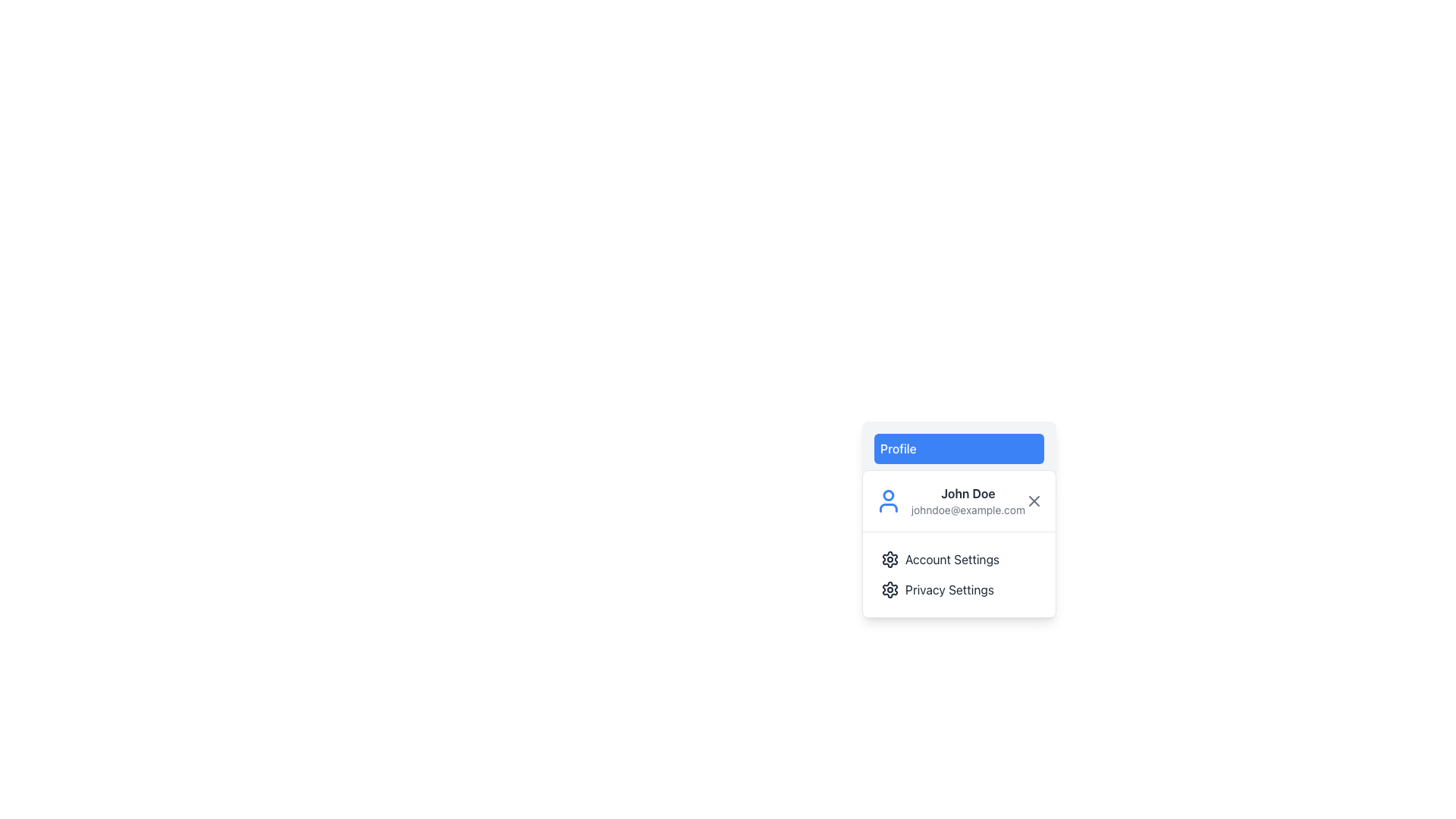  Describe the element at coordinates (890, 559) in the screenshot. I see `the cogwheel icon located to the left of the 'Account Settings' button in the vertical menu under the profile section` at that location.